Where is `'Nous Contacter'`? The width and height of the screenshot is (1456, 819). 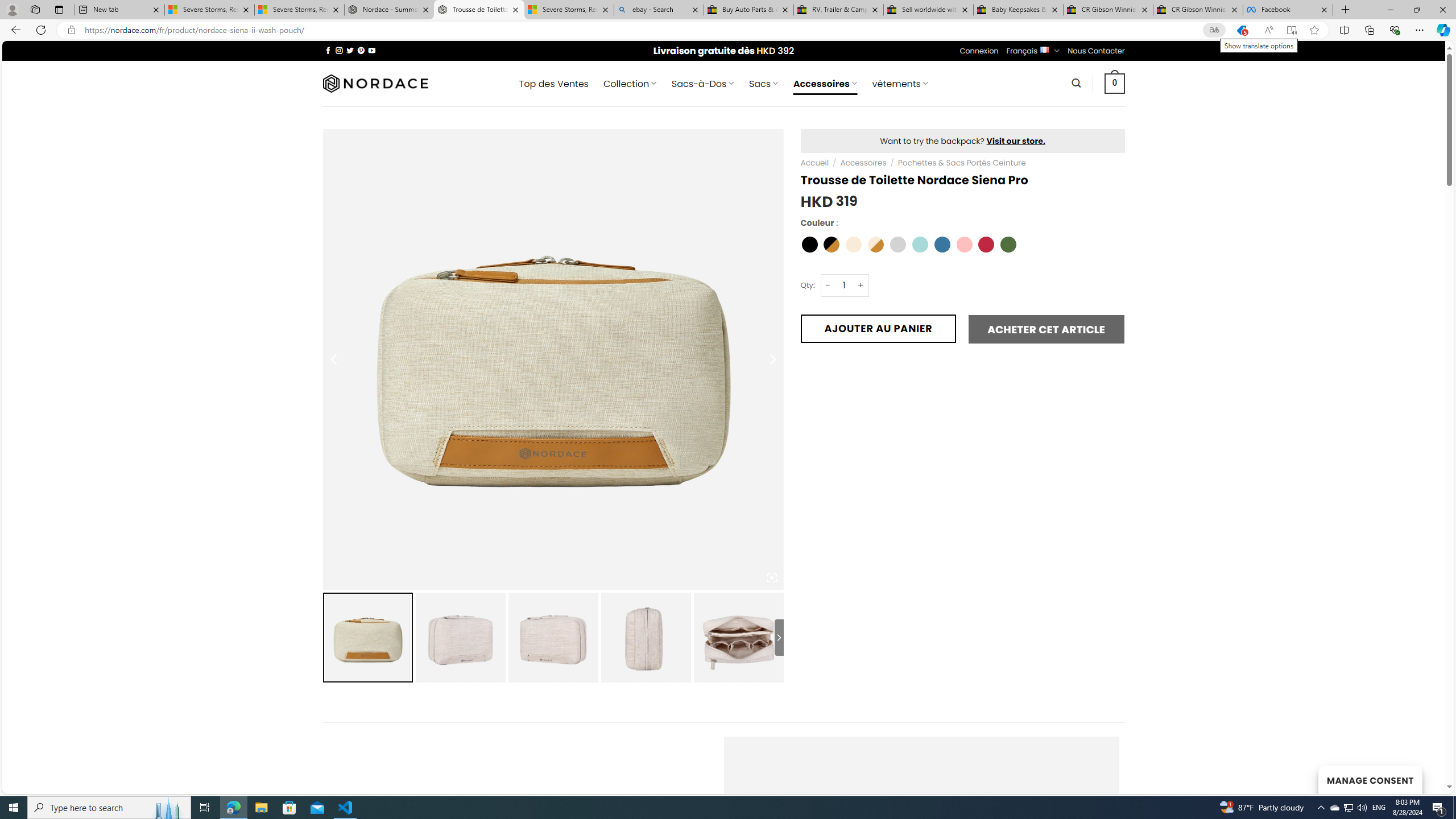 'Nous Contacter' is located at coordinates (1096, 51).